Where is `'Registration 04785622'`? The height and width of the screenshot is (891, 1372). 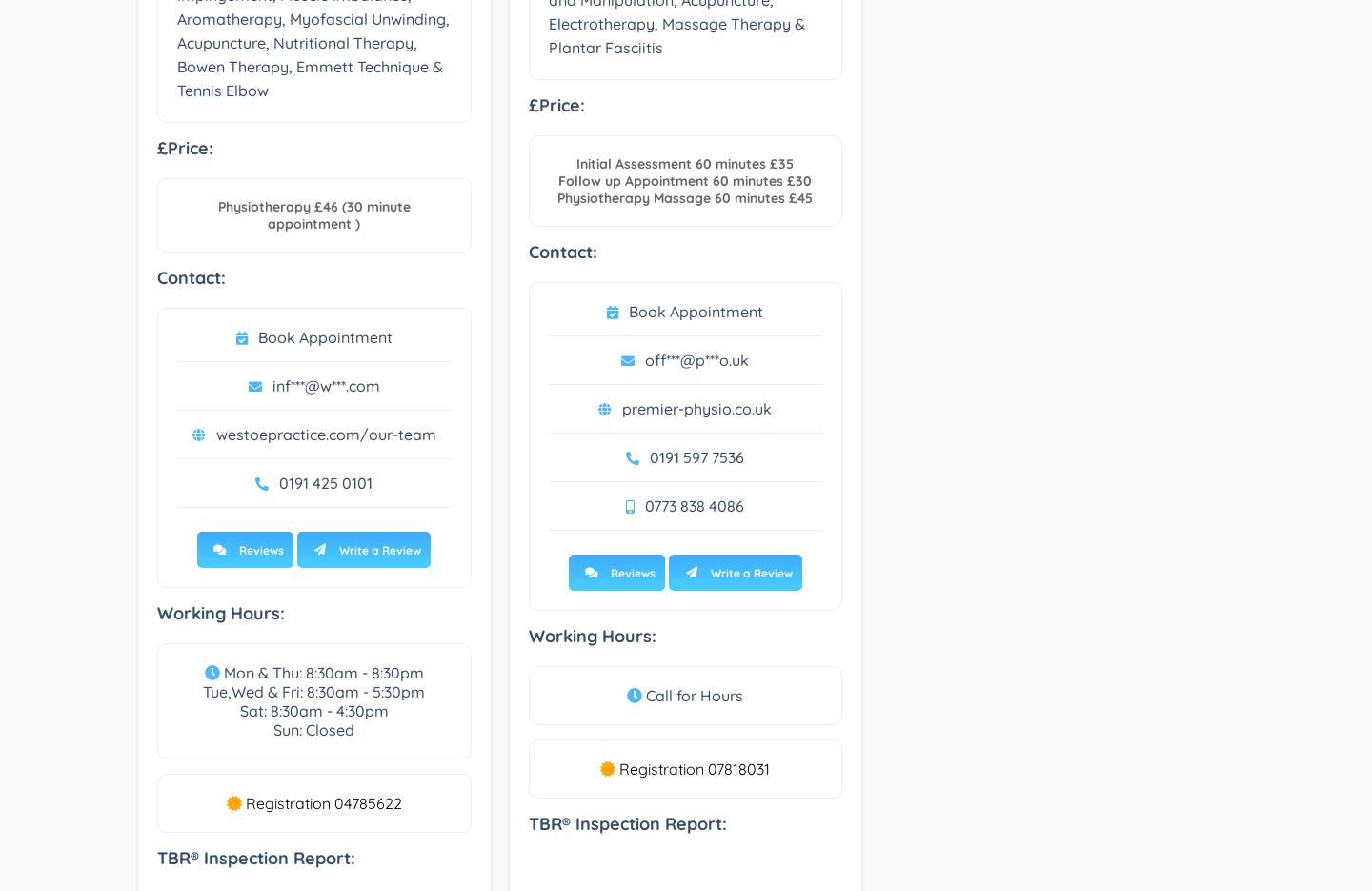
'Registration 04785622' is located at coordinates (320, 802).